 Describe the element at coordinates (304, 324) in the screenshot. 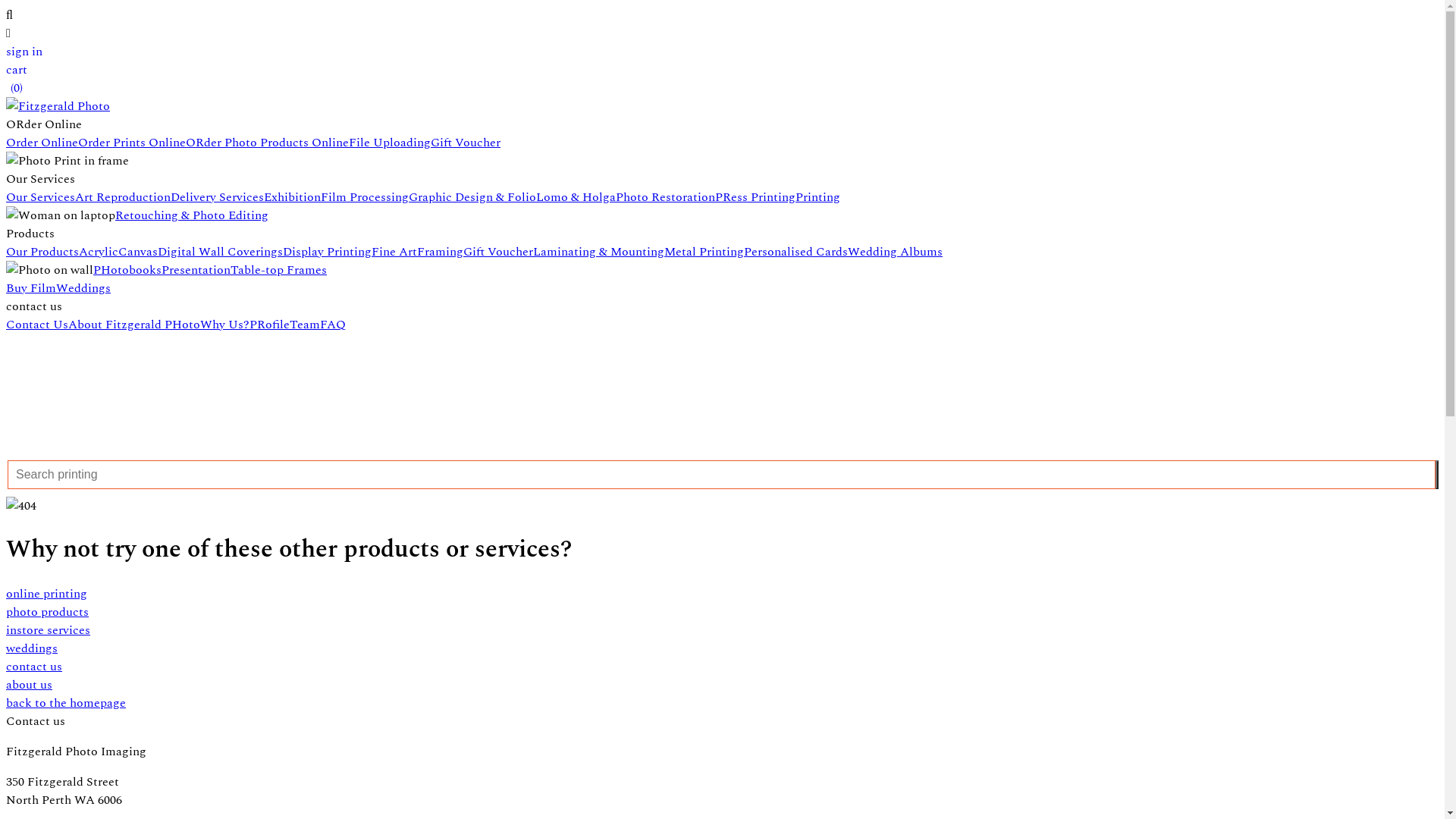

I see `'Team'` at that location.